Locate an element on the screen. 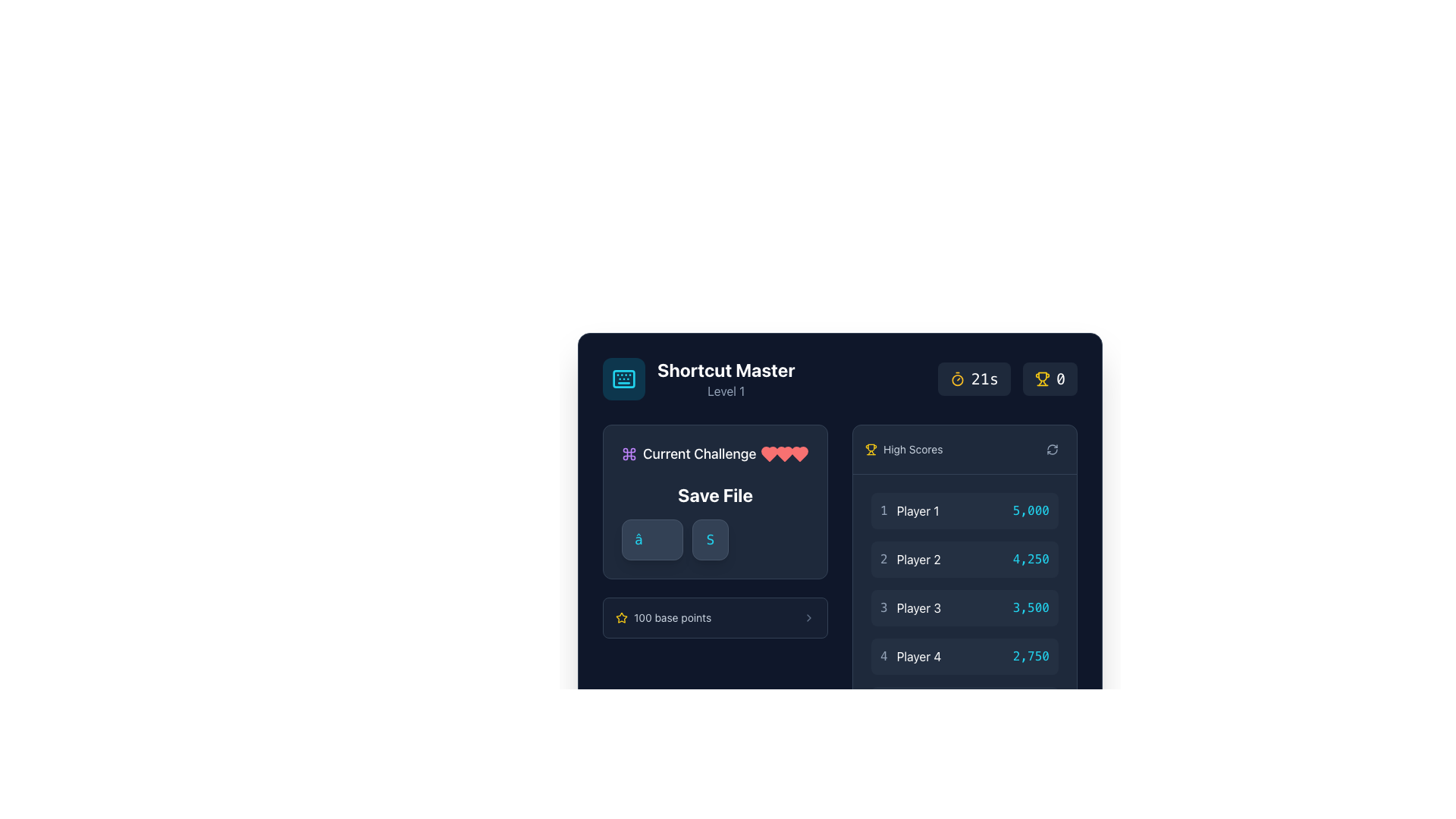 This screenshot has width=1456, height=819. the Label displaying the grey number '1' and white text 'Player 1' located under the 'High Scores' section on the right side of the interface is located at coordinates (909, 511).